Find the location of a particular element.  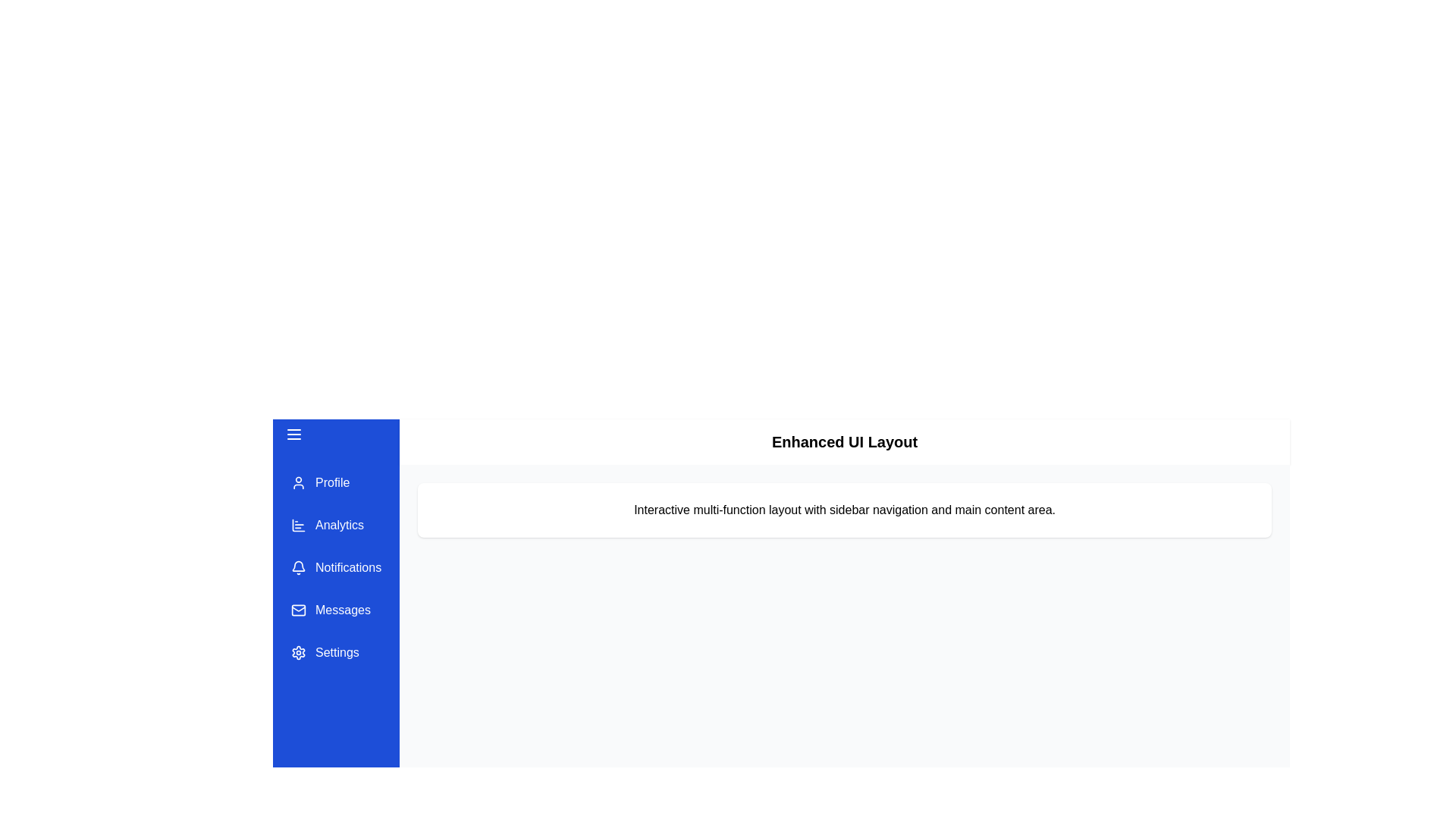

the main body of the envelope icon in the sidebar navigation for the 'Messages' menu item, located between 'Notifications' and 'Settings' is located at coordinates (298, 610).